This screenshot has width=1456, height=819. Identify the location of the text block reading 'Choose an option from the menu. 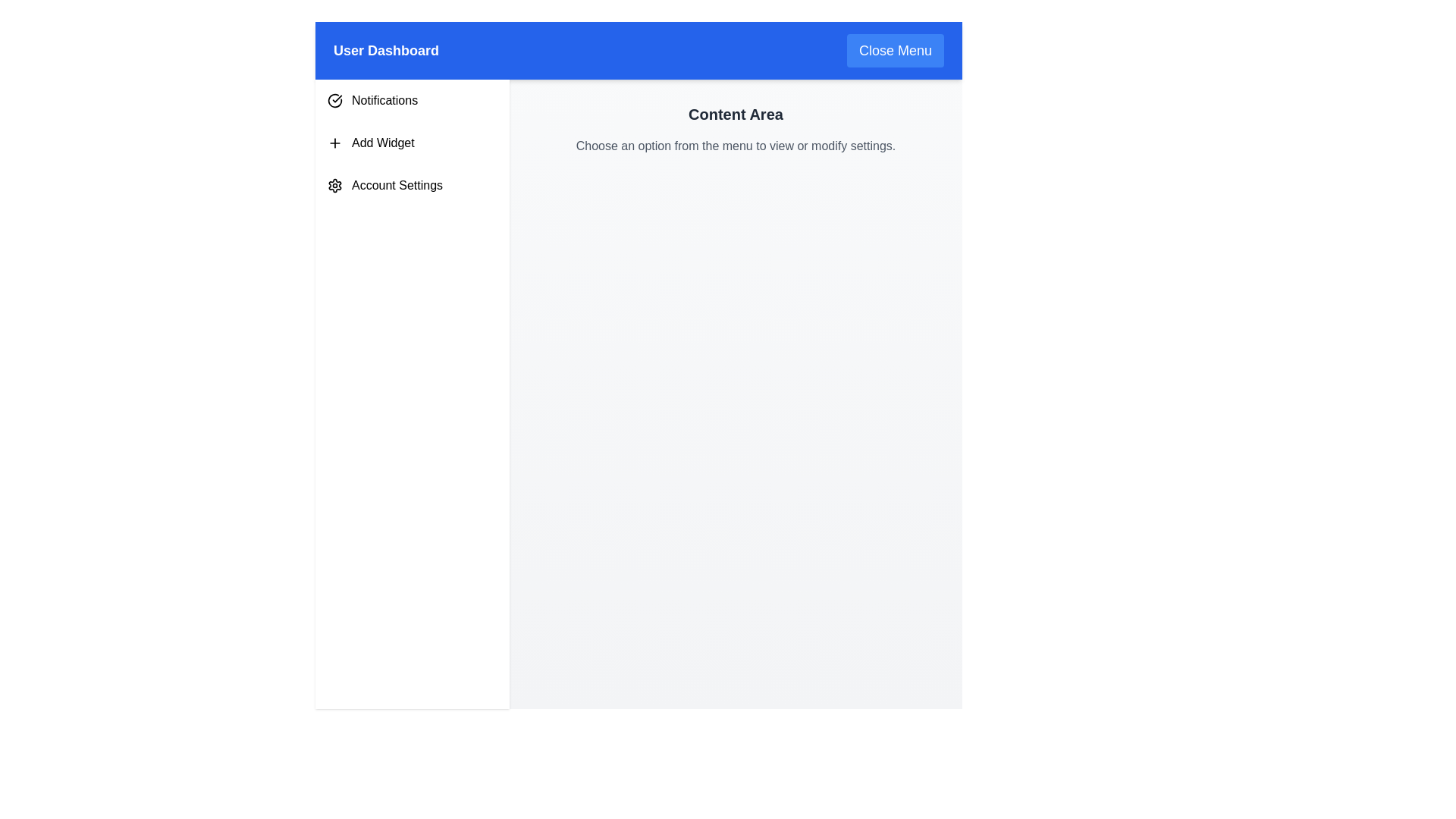
(736, 146).